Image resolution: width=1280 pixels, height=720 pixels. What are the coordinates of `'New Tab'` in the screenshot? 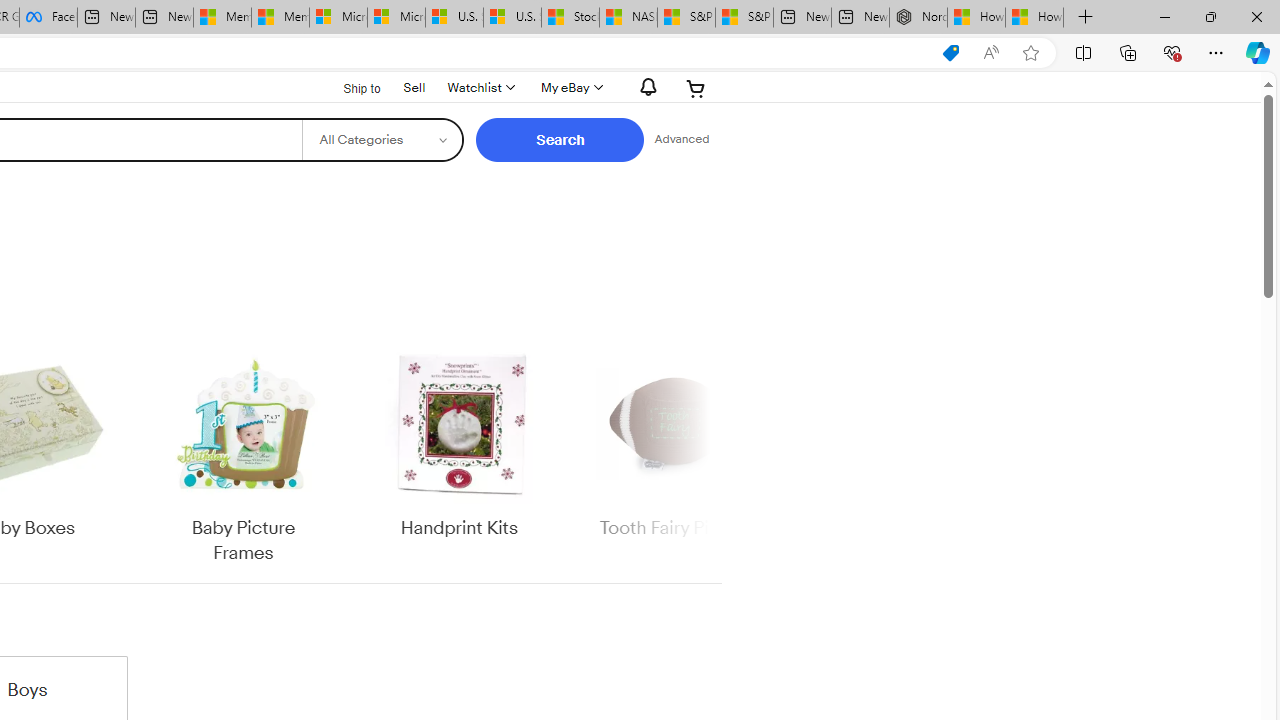 It's located at (1085, 17).